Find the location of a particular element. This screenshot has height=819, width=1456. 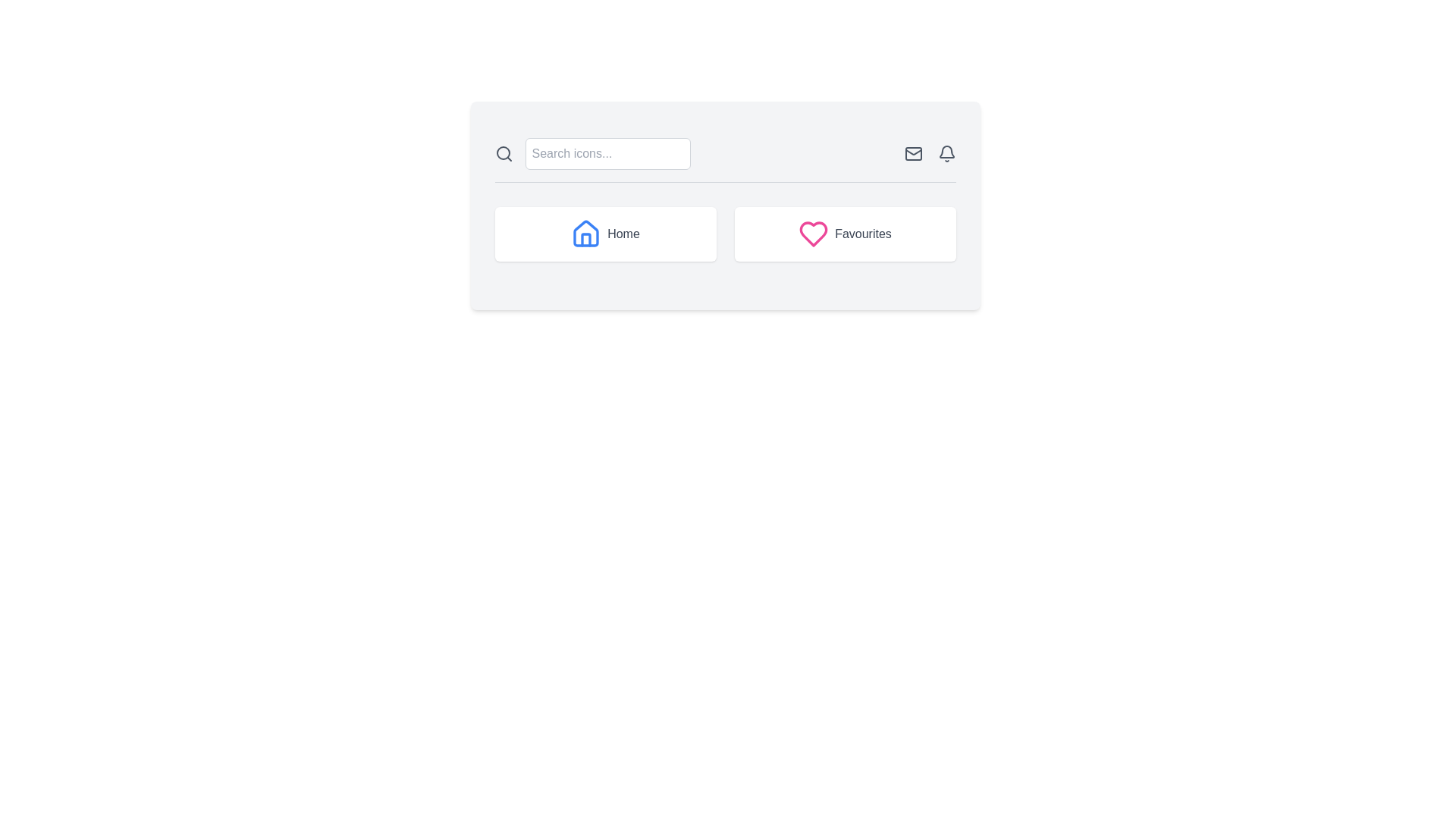

the favorites button located to the right of the Home button is located at coordinates (844, 234).